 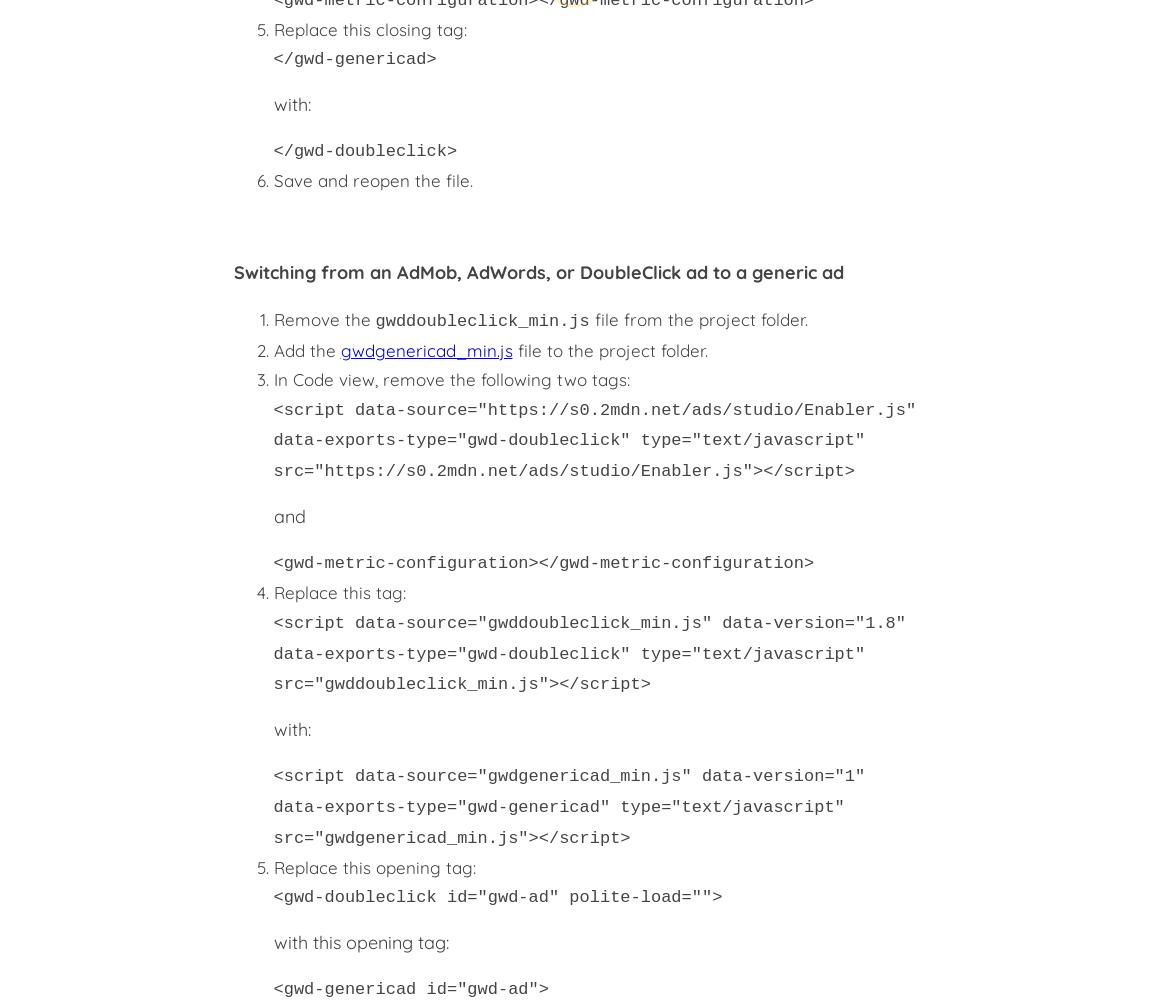 I want to click on 'Replace this opening tag:', so click(x=272, y=865).